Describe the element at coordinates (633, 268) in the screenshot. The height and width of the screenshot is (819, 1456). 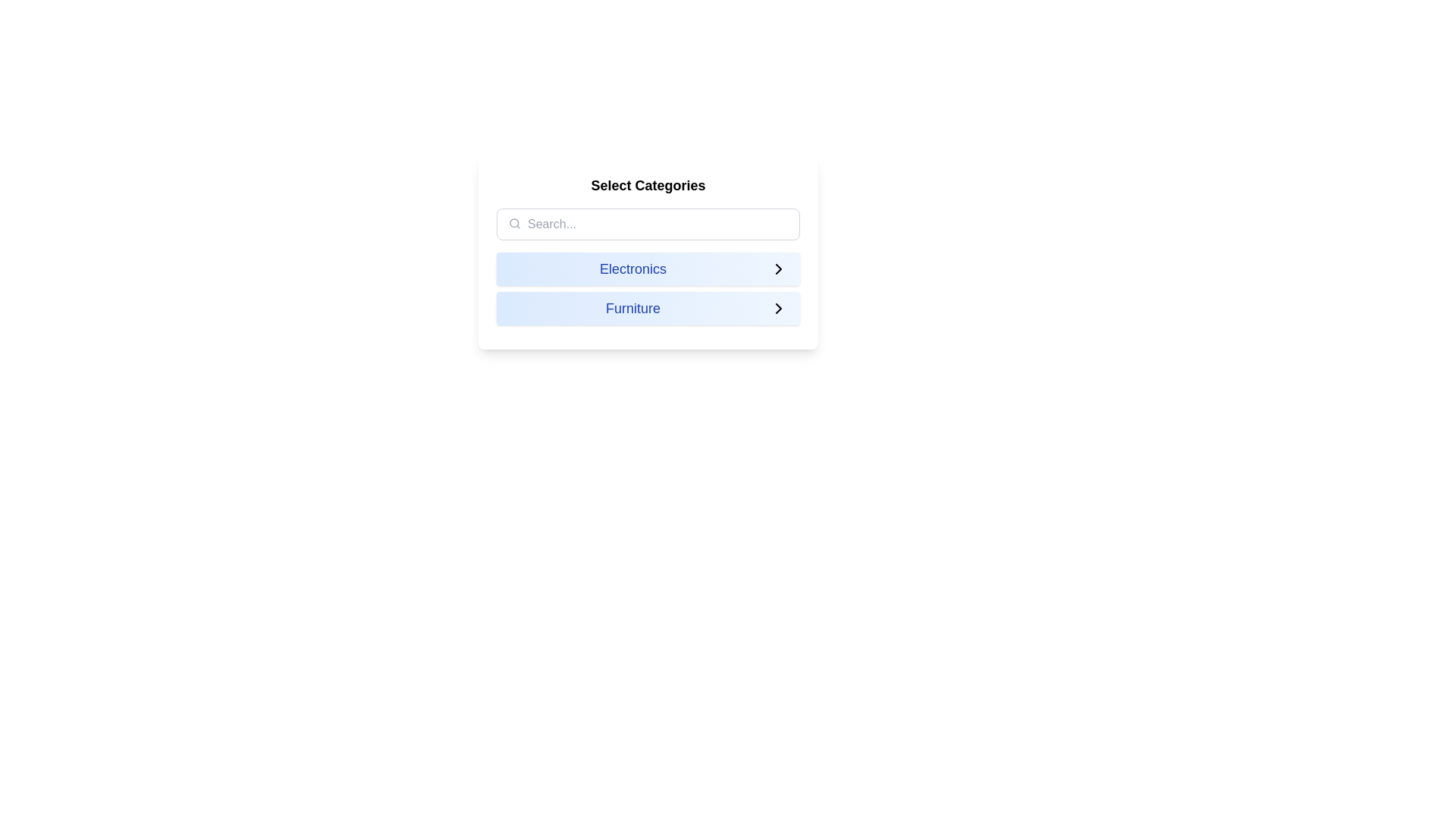
I see `the 'Electronics' category label text inside the button` at that location.